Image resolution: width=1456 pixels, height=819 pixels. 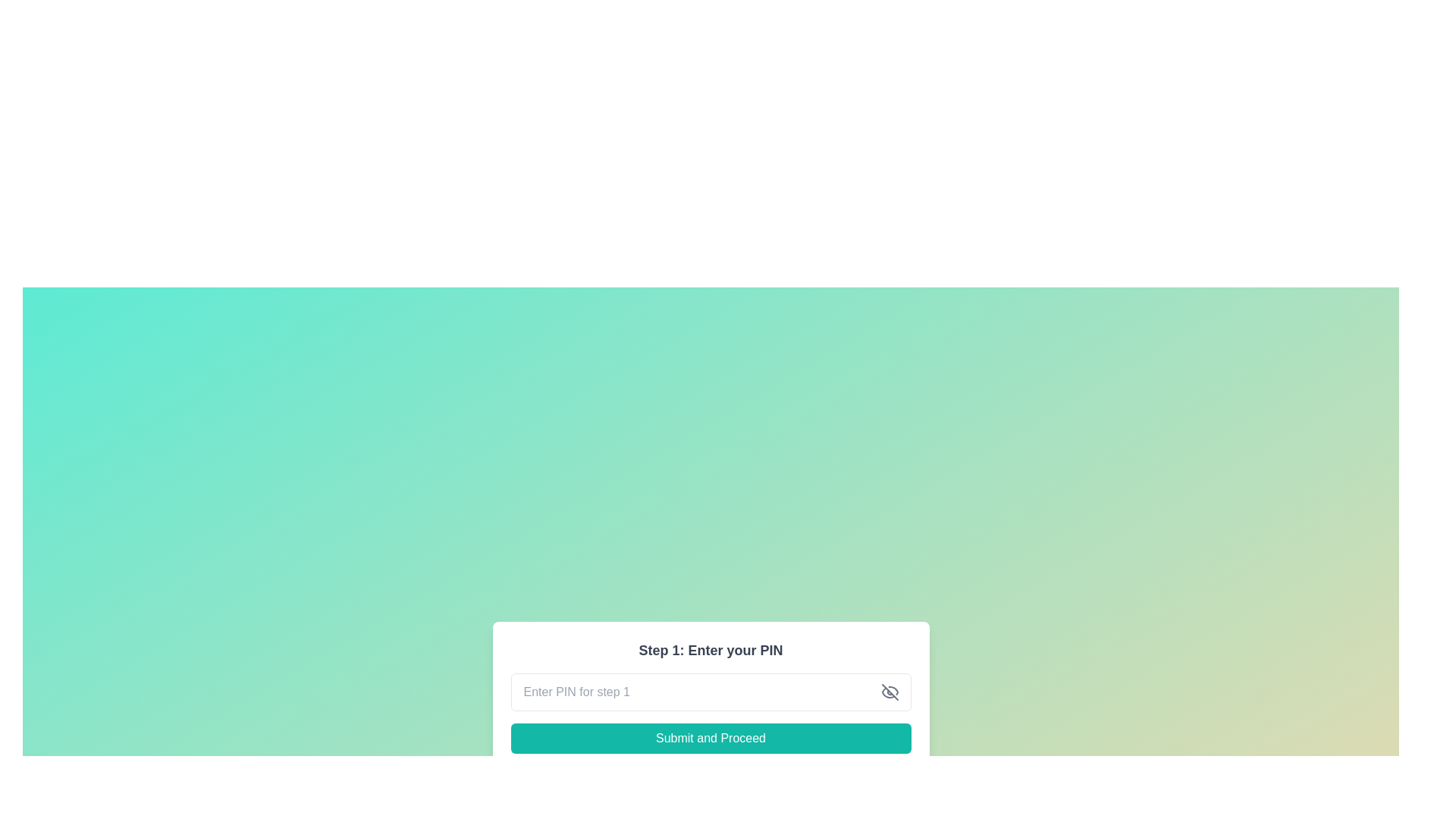 I want to click on the 'Submit and Proceed' button located at the bottom of the white card-like structure to proceed, so click(x=710, y=738).